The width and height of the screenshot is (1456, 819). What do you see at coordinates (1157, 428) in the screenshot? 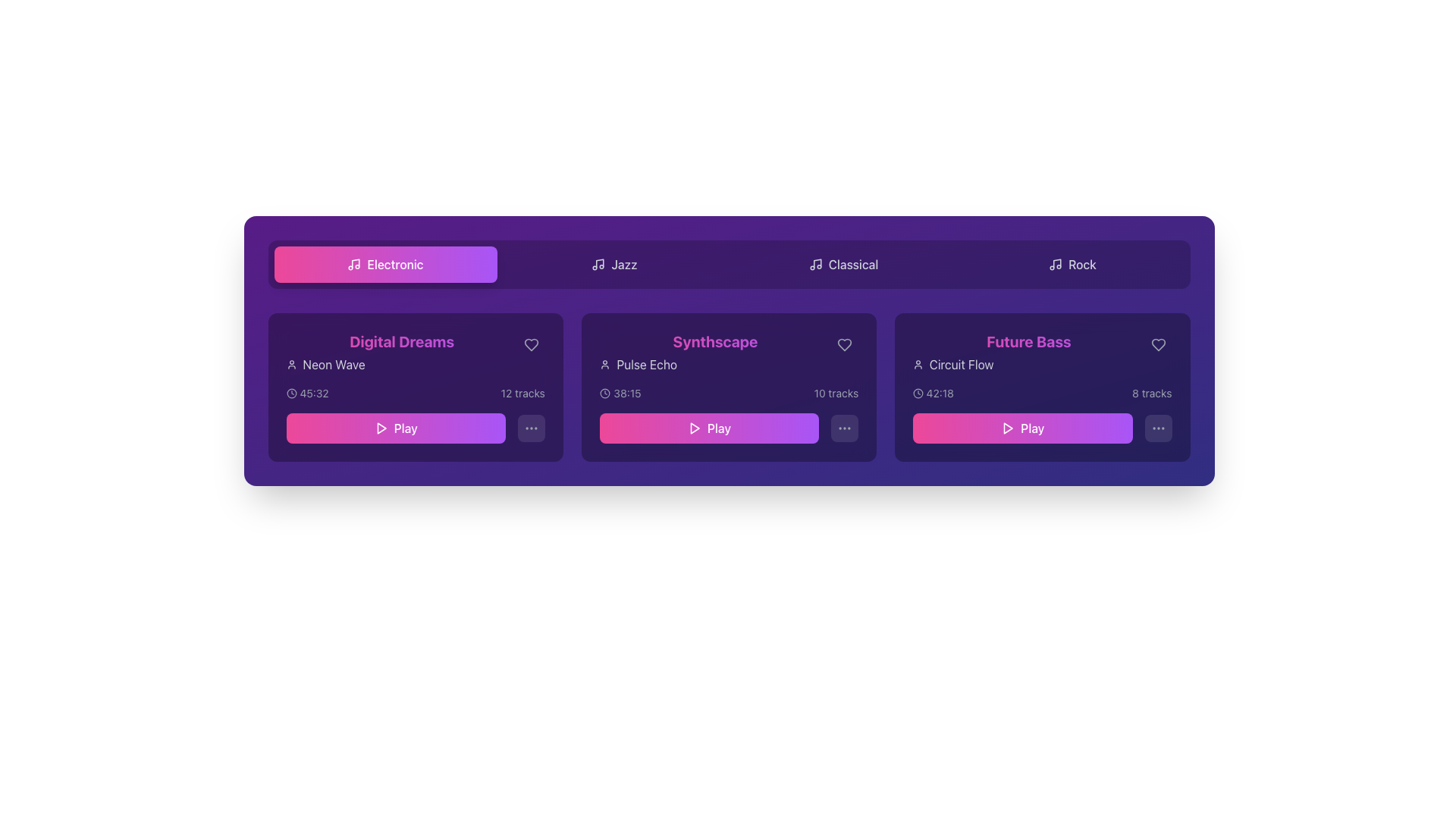
I see `the small button with three horizontally aligned dots (ellipsis icon) located at the bottom-right corner of the card under the 'Future Bass' section` at bounding box center [1157, 428].